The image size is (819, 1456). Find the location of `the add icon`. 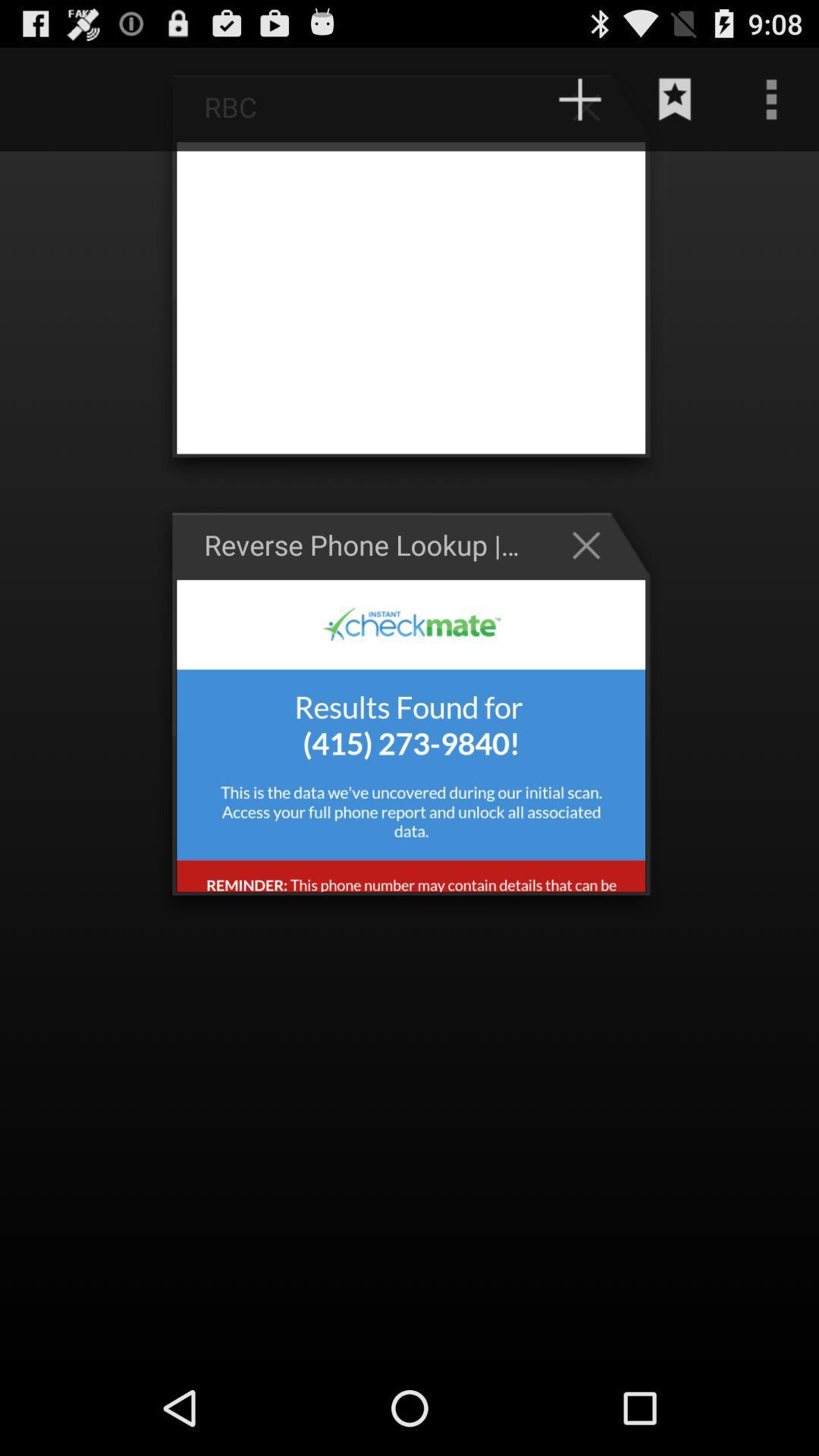

the add icon is located at coordinates (593, 113).